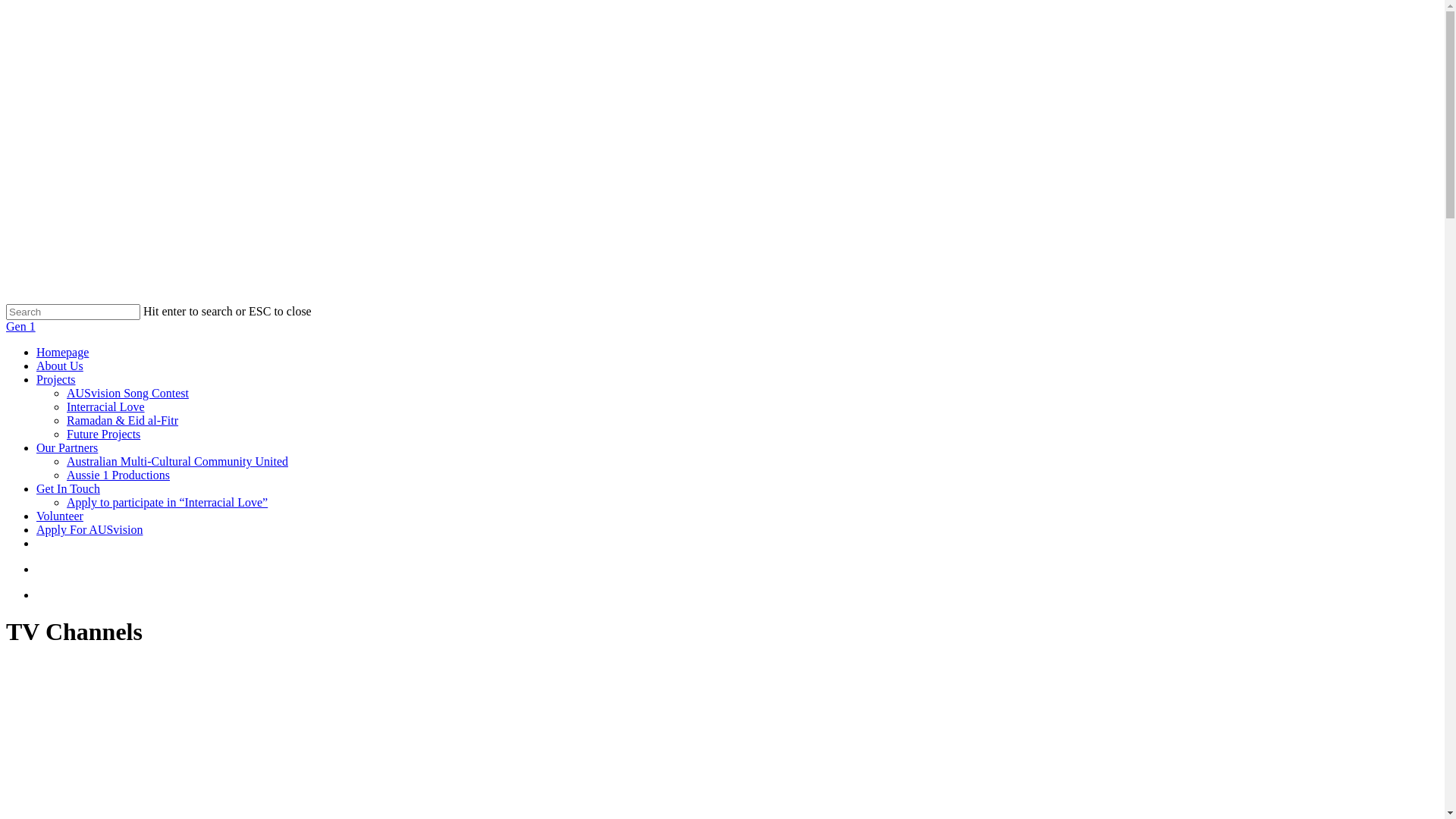 The image size is (1456, 819). What do you see at coordinates (105, 406) in the screenshot?
I see `'Interracial Love'` at bounding box center [105, 406].